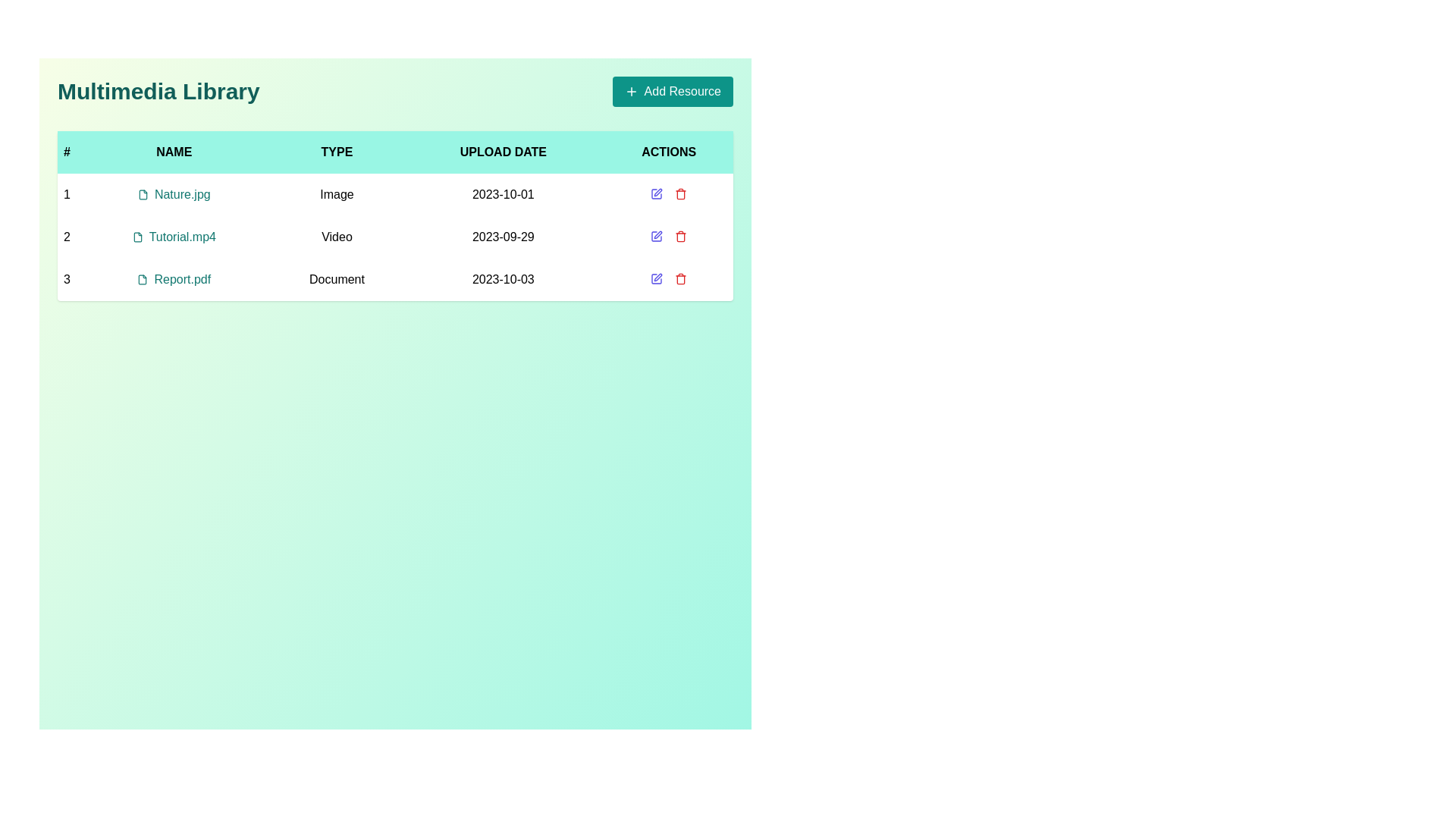 This screenshot has width=1456, height=819. What do you see at coordinates (174, 237) in the screenshot?
I see `the 'Tutorial.mp4' text entry with a document icon in the second row of the table layout` at bounding box center [174, 237].